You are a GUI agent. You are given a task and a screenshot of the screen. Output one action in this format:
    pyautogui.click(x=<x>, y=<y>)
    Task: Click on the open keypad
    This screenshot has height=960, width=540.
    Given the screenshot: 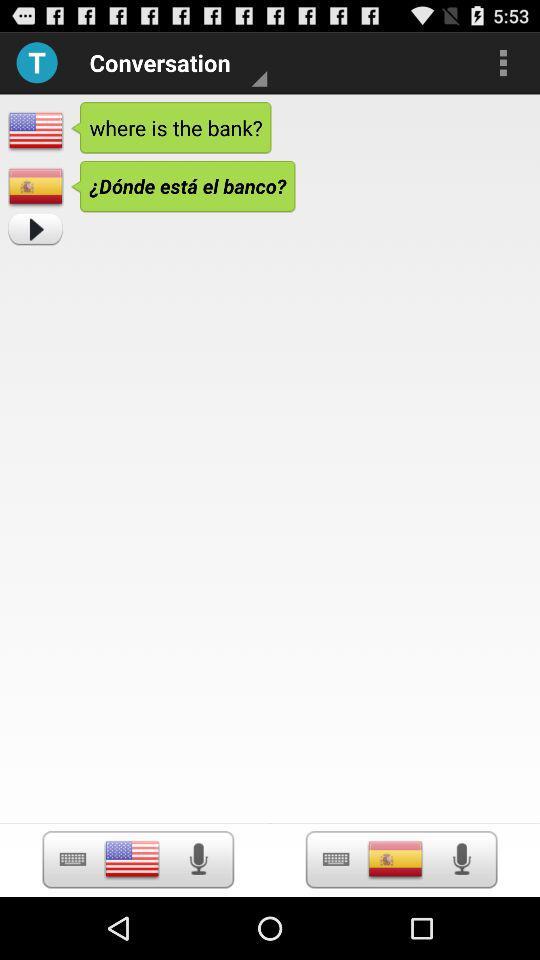 What is the action you would take?
    pyautogui.click(x=71, y=858)
    